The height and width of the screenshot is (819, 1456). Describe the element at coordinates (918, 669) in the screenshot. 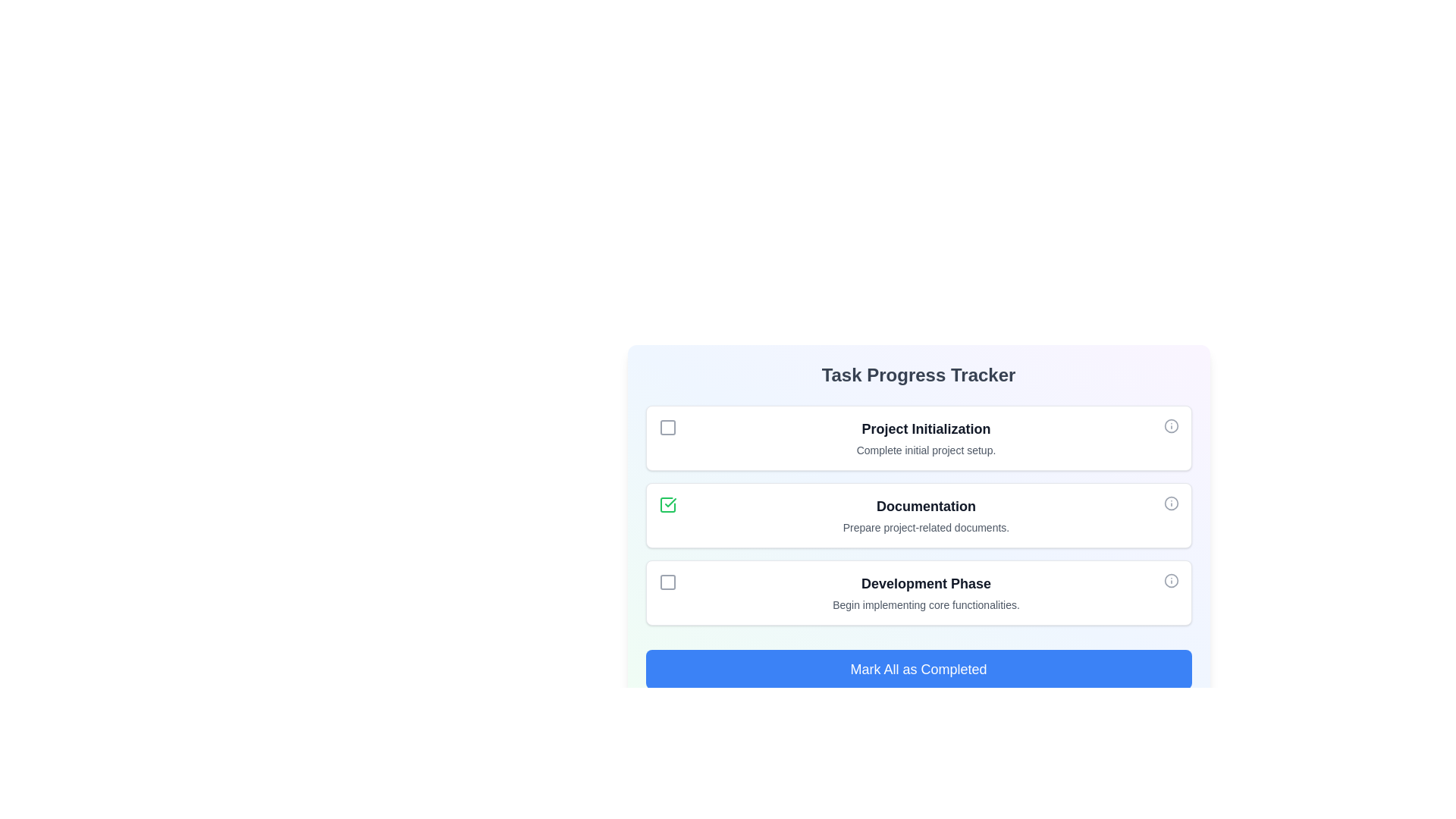

I see `the 'Mark All as Completed' button, which is styled with a blue background and white text` at that location.